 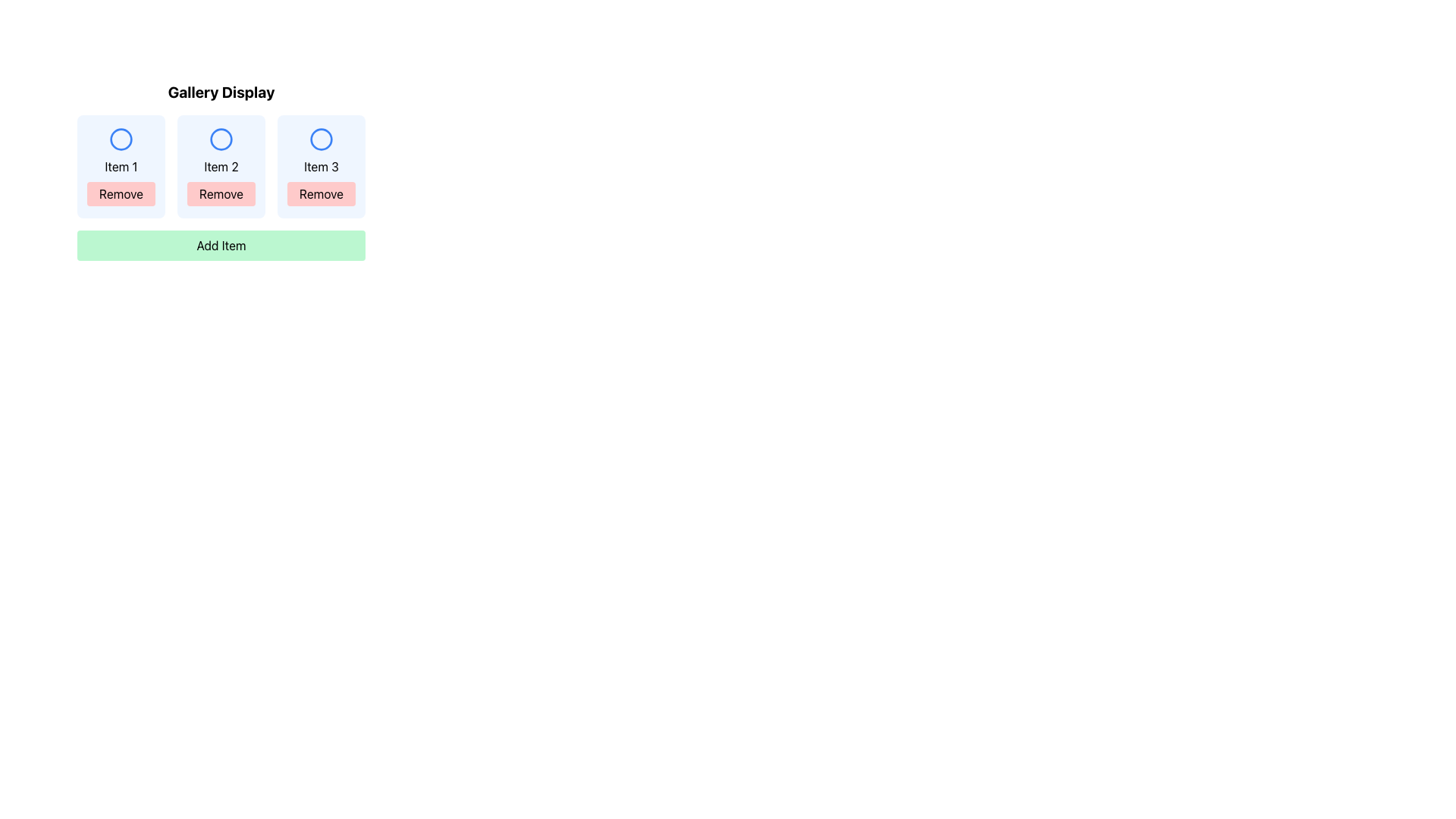 What do you see at coordinates (120, 193) in the screenshot?
I see `the remove button for 'Item 1'` at bounding box center [120, 193].